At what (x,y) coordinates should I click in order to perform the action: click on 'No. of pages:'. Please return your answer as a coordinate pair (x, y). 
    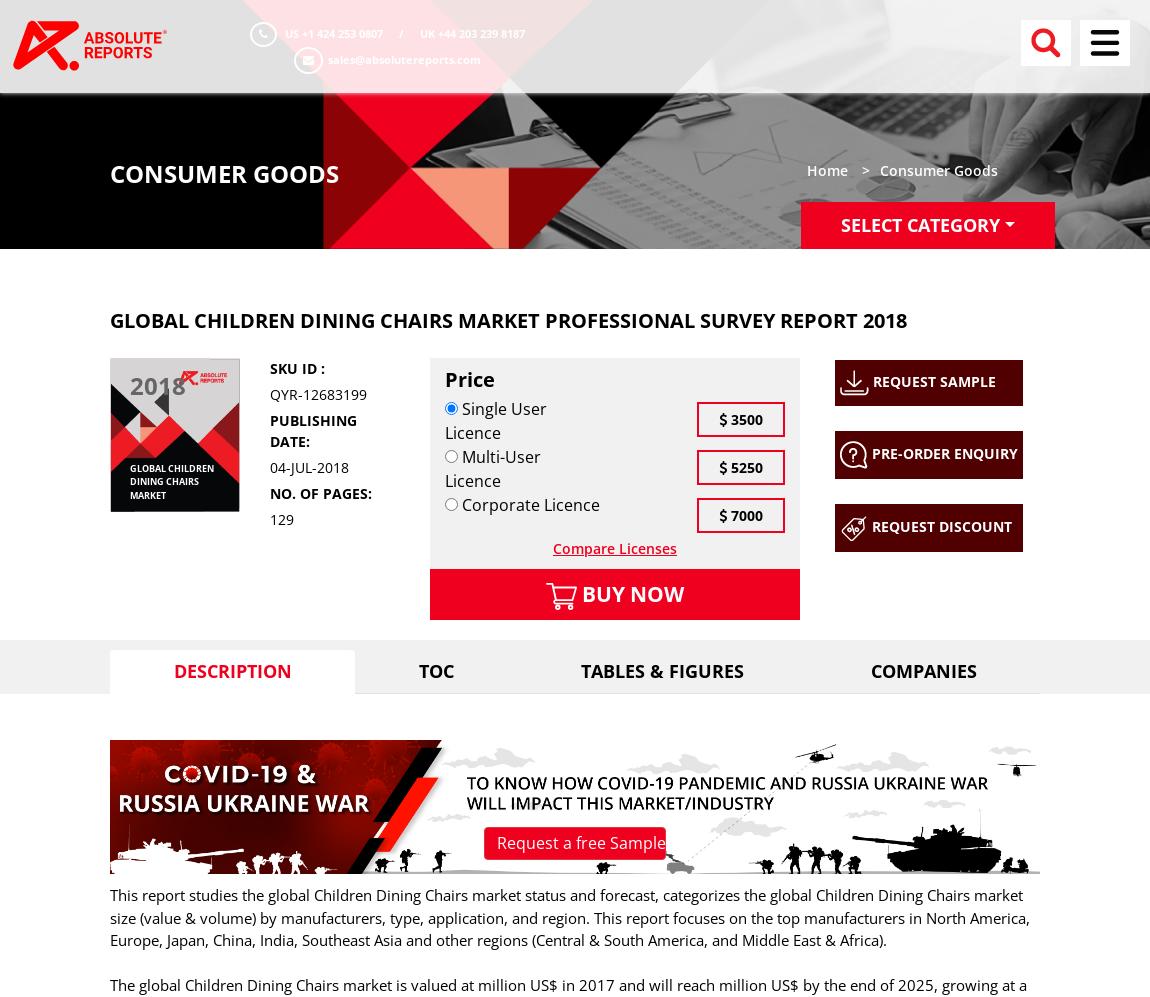
    Looking at the image, I should click on (320, 492).